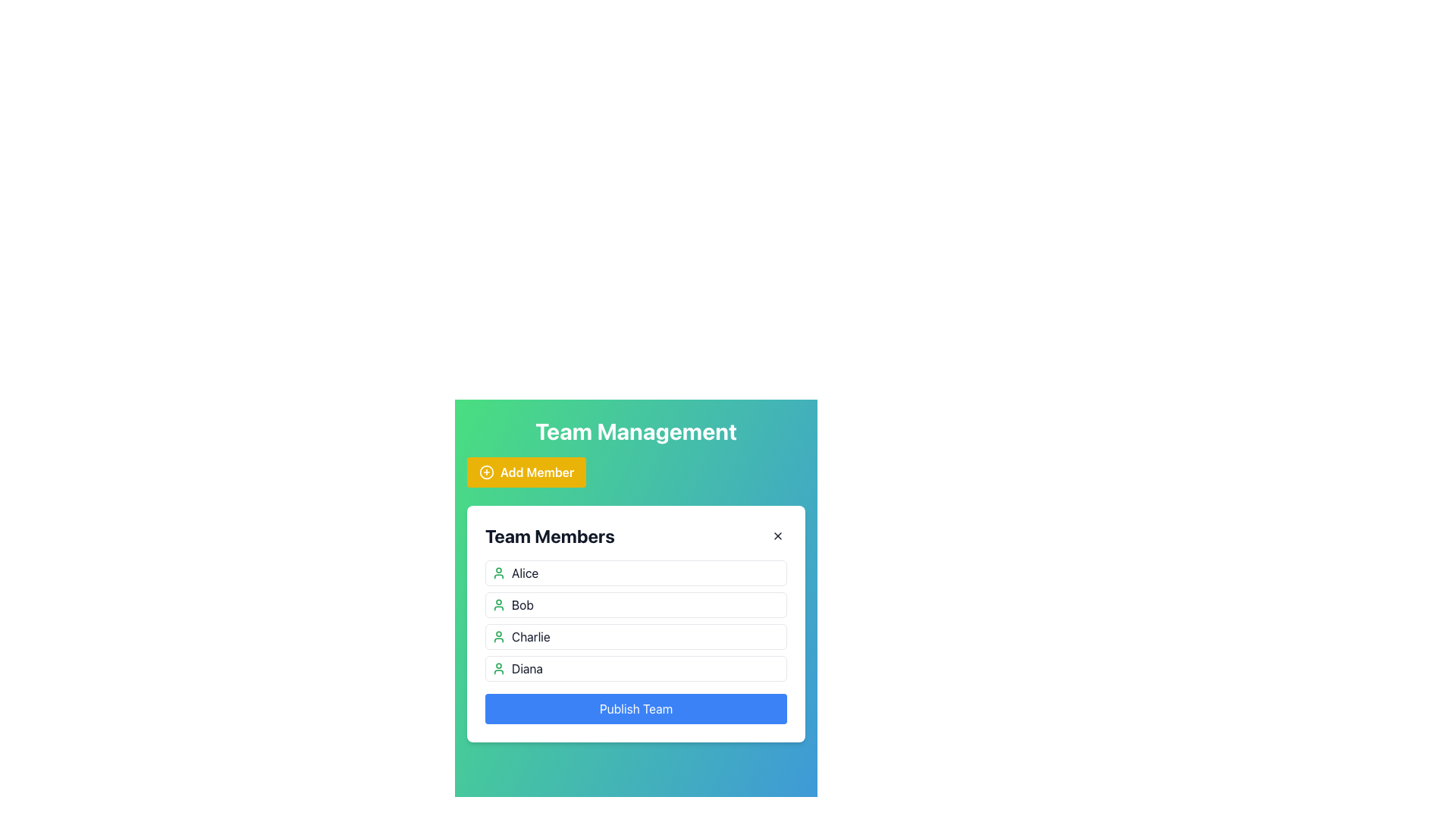  What do you see at coordinates (778, 535) in the screenshot?
I see `the close icon located in the top-right corner of the 'Team Members' section to trigger a tool-tip` at bounding box center [778, 535].